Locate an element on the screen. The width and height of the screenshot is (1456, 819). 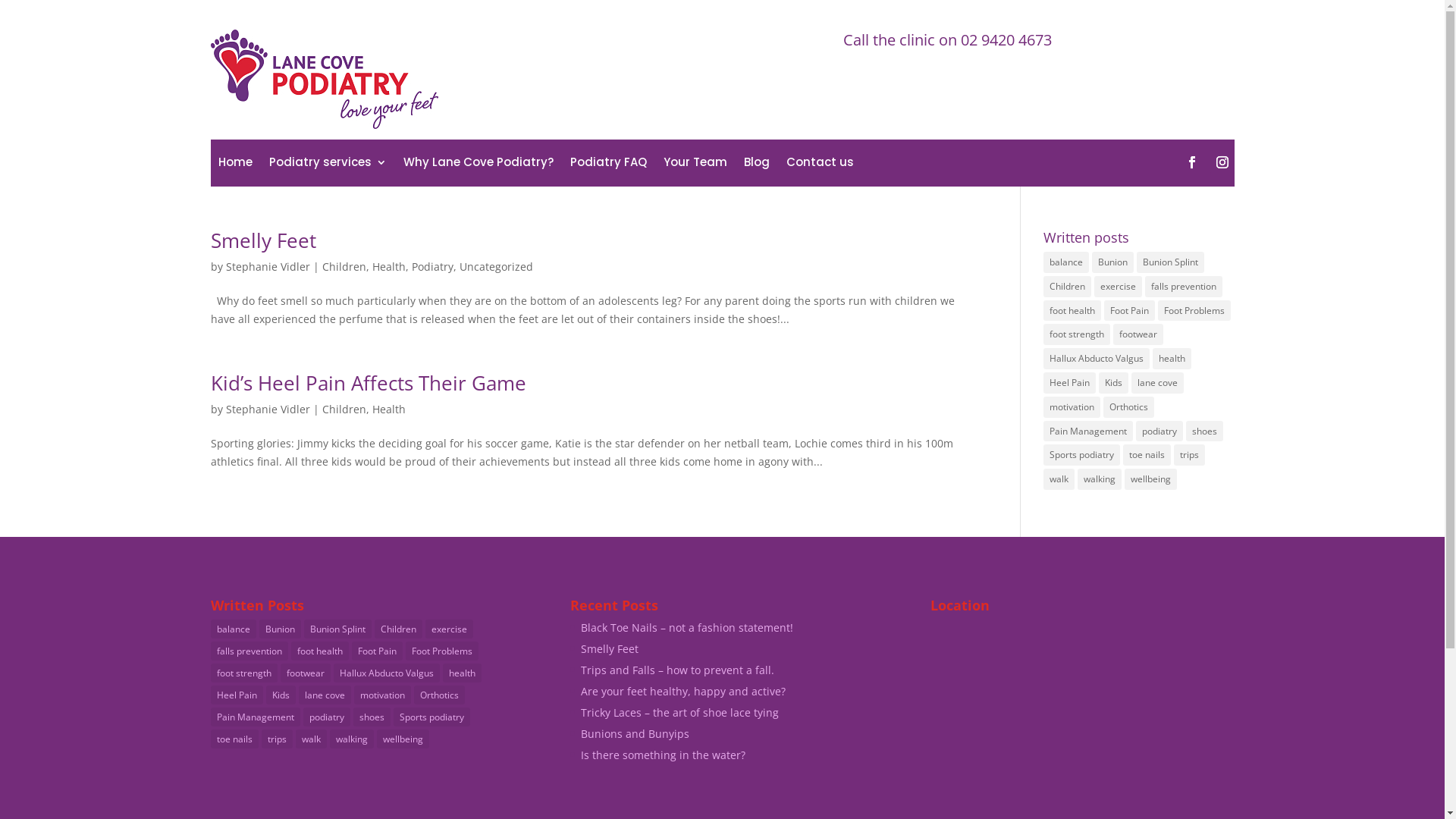
'falls prevention' is located at coordinates (249, 650).